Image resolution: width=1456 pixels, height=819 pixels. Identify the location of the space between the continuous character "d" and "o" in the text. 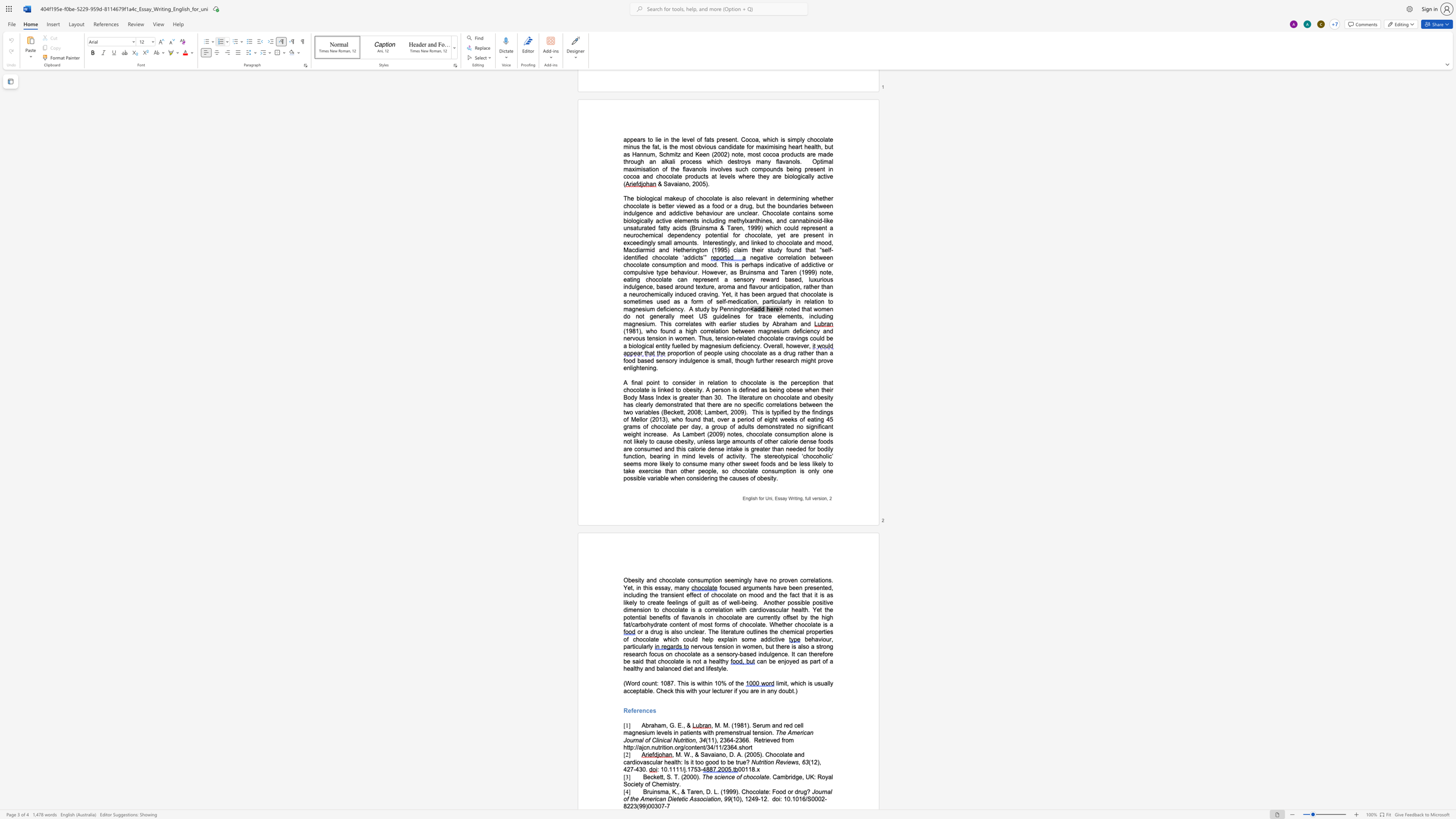
(775, 798).